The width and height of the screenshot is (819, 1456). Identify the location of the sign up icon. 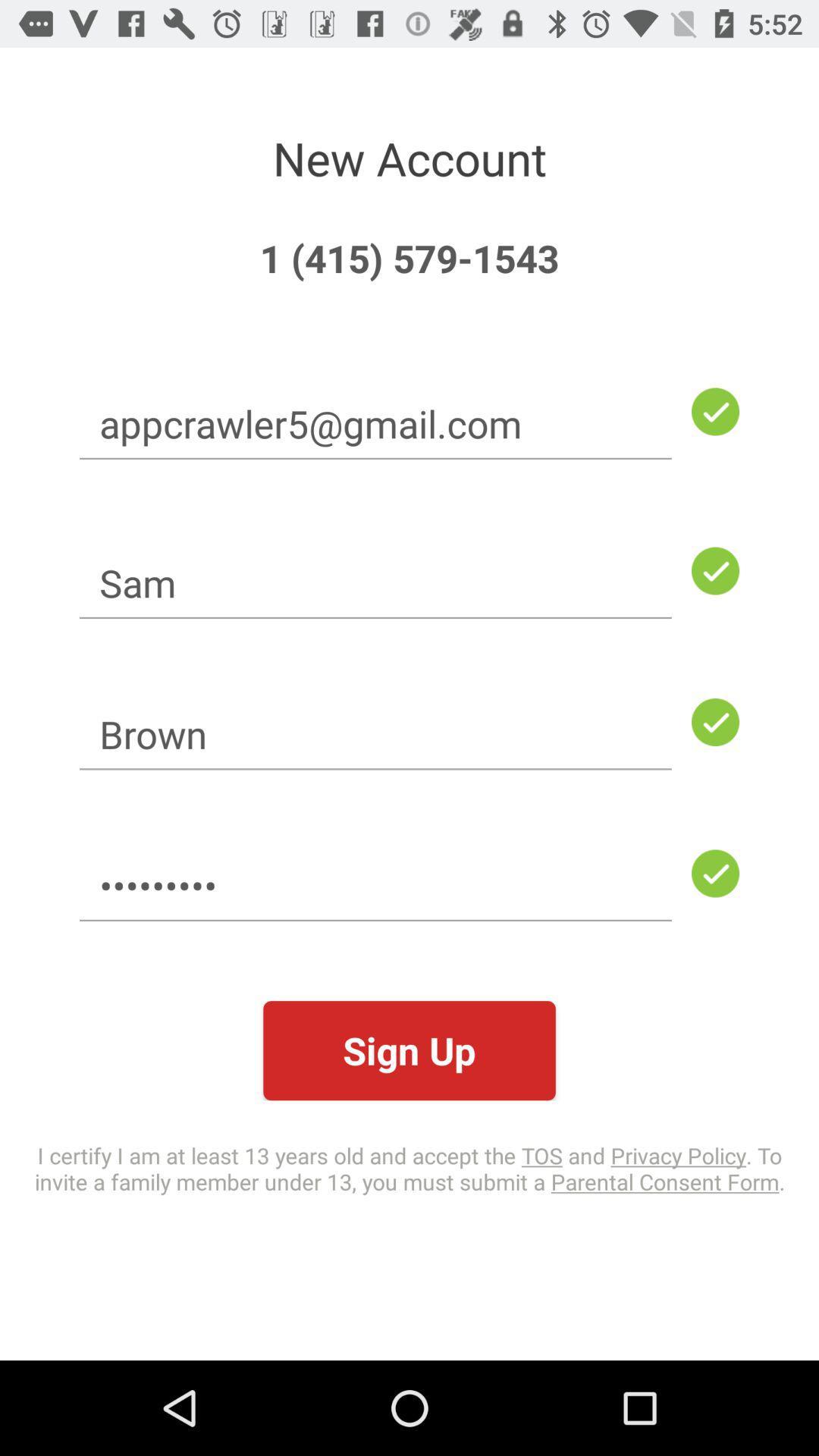
(409, 1050).